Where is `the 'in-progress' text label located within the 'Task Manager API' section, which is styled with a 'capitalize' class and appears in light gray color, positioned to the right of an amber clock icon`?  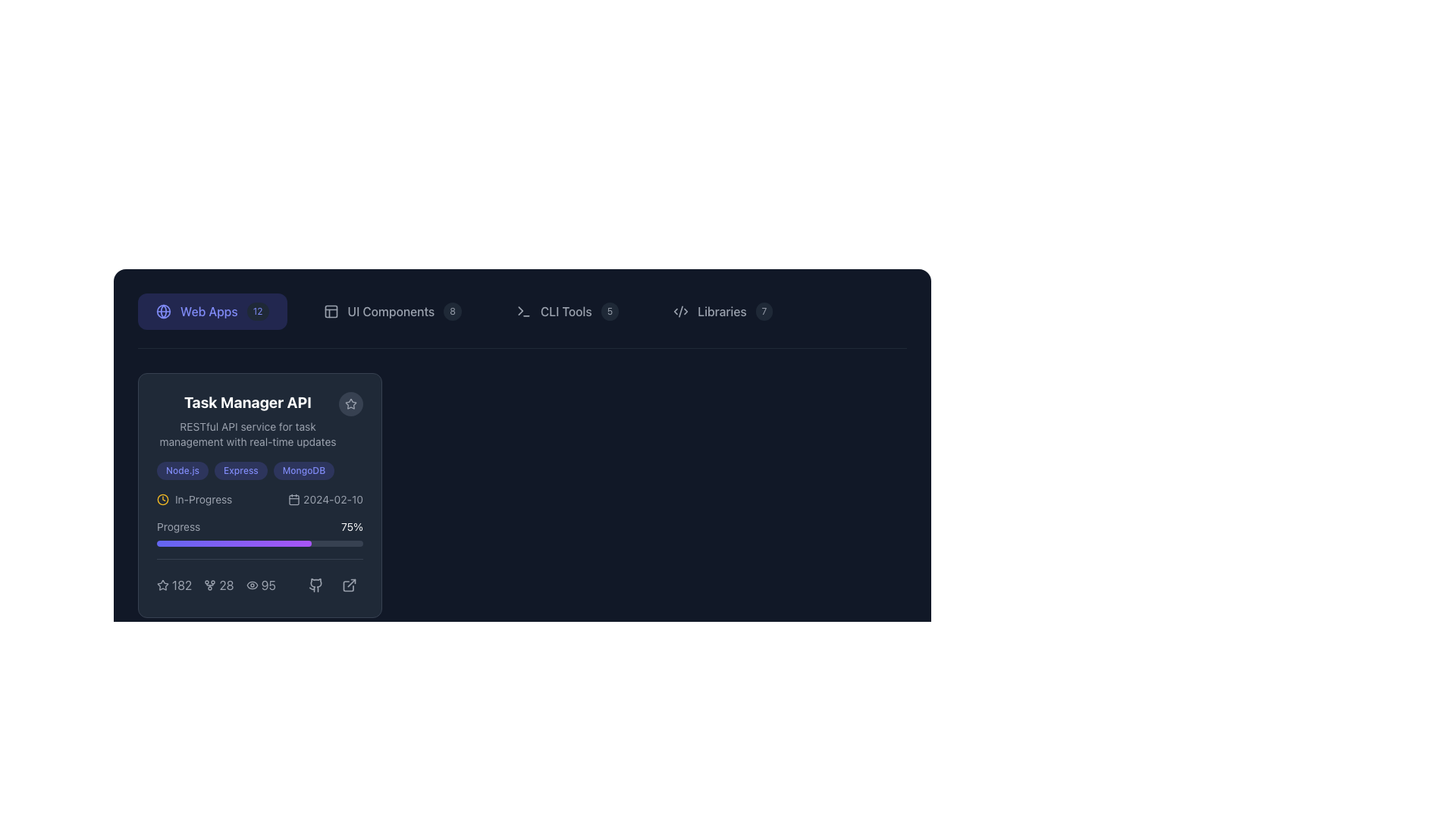 the 'in-progress' text label located within the 'Task Manager API' section, which is styled with a 'capitalize' class and appears in light gray color, positioned to the right of an amber clock icon is located at coordinates (202, 500).